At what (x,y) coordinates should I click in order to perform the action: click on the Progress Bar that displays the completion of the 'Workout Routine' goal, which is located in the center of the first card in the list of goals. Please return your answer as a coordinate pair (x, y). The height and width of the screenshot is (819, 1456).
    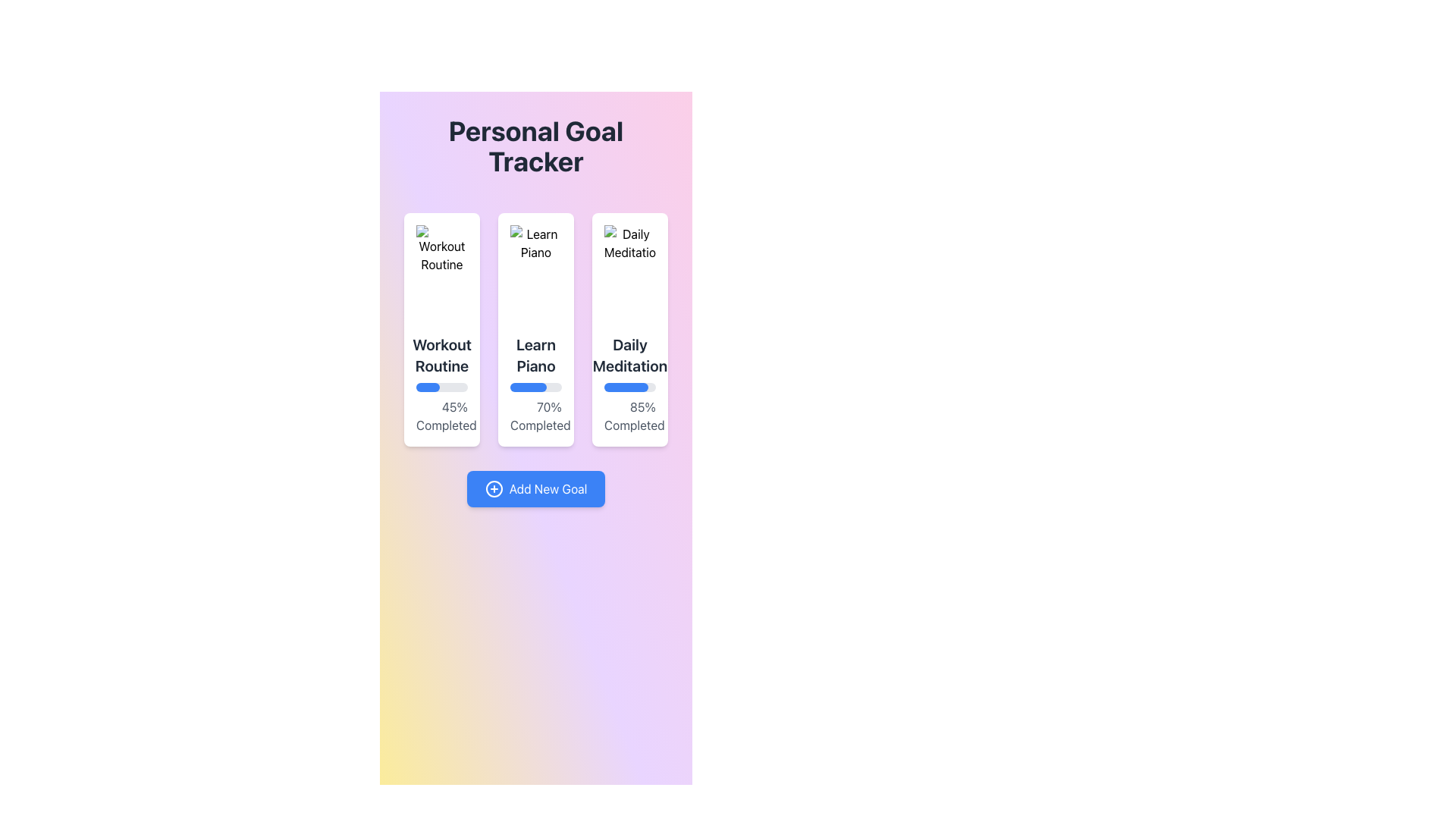
    Looking at the image, I should click on (441, 386).